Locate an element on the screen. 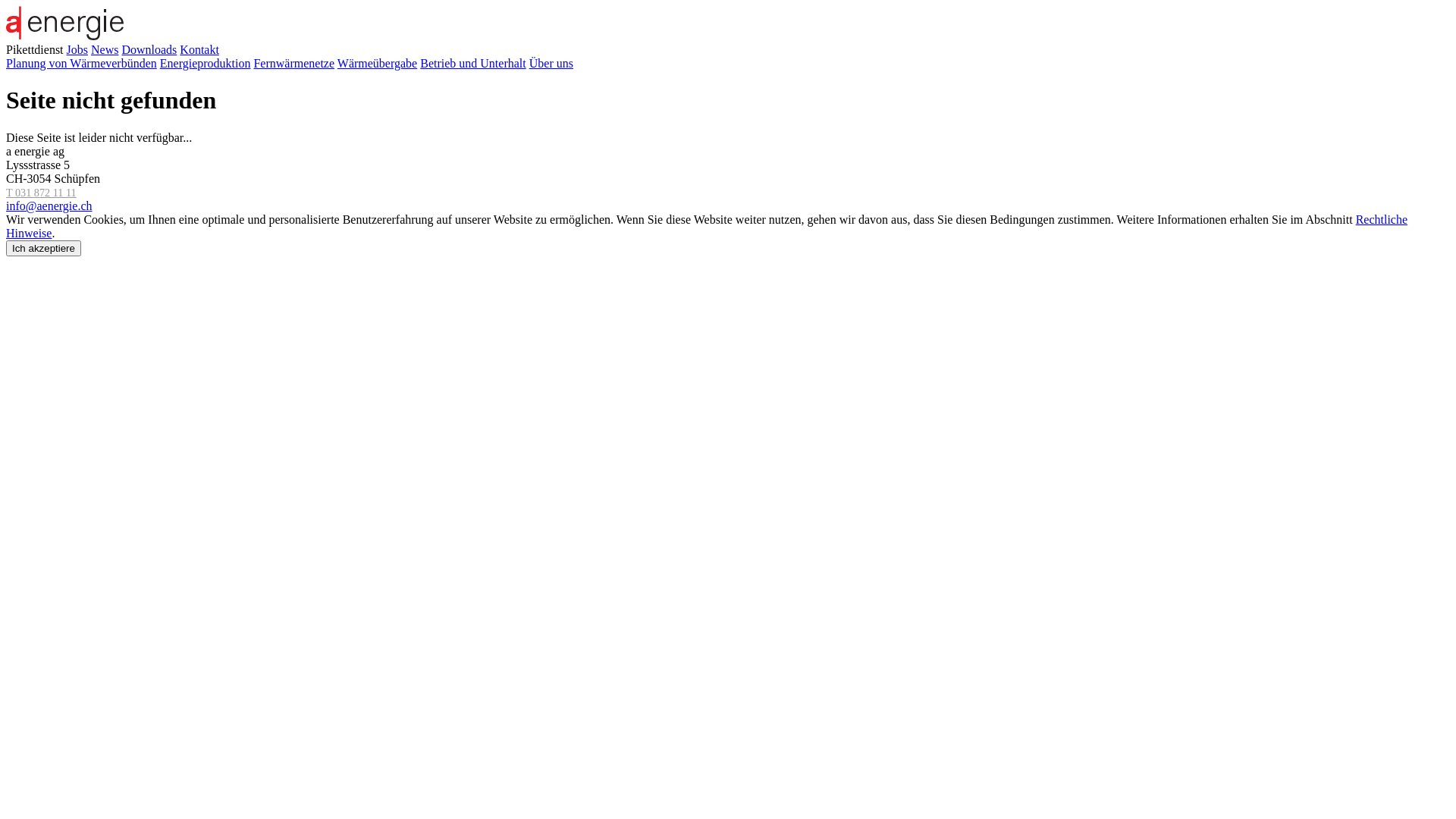 Image resolution: width=1456 pixels, height=819 pixels. 'Rechtliche Hinweise' is located at coordinates (705, 226).